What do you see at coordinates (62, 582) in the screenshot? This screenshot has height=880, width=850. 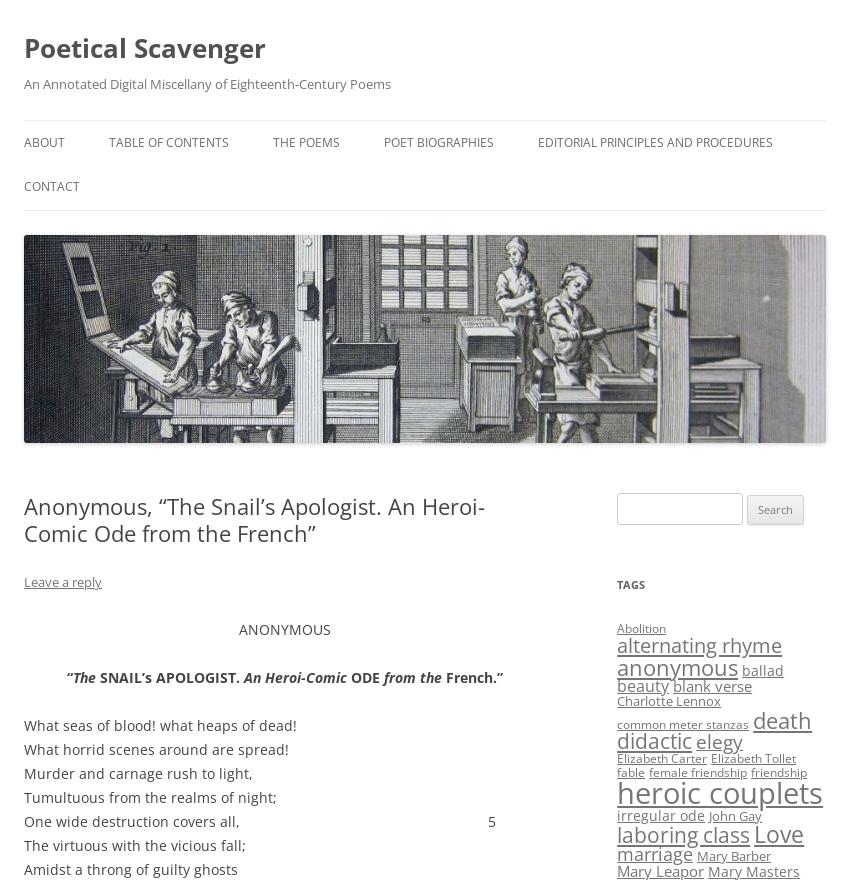 I see `'Leave a reply'` at bounding box center [62, 582].